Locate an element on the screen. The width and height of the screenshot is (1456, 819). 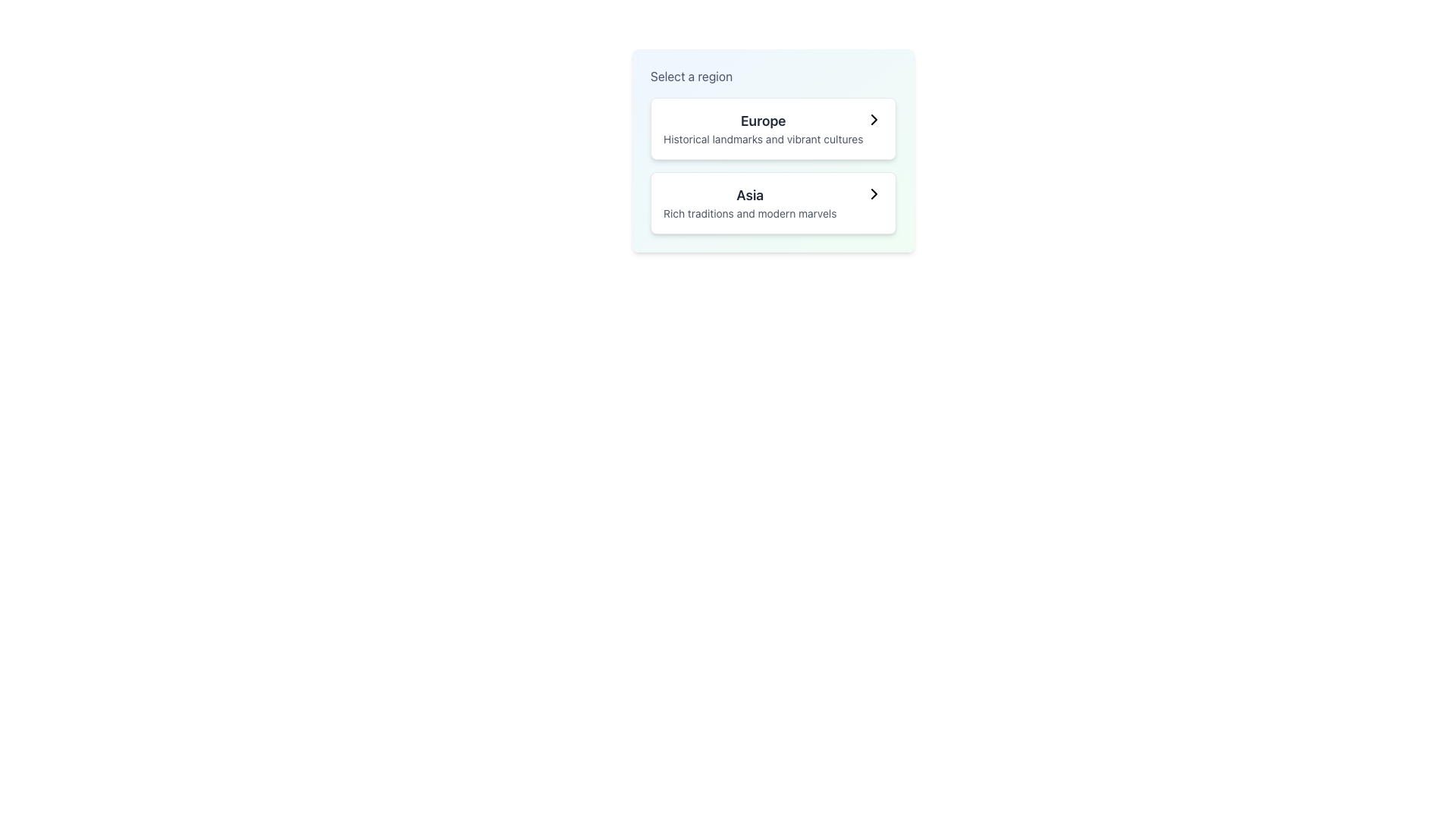
the text label reading 'Historical landmarks and vibrant cultures', which is located below the heading 'Europe' within the Europe section card is located at coordinates (763, 140).